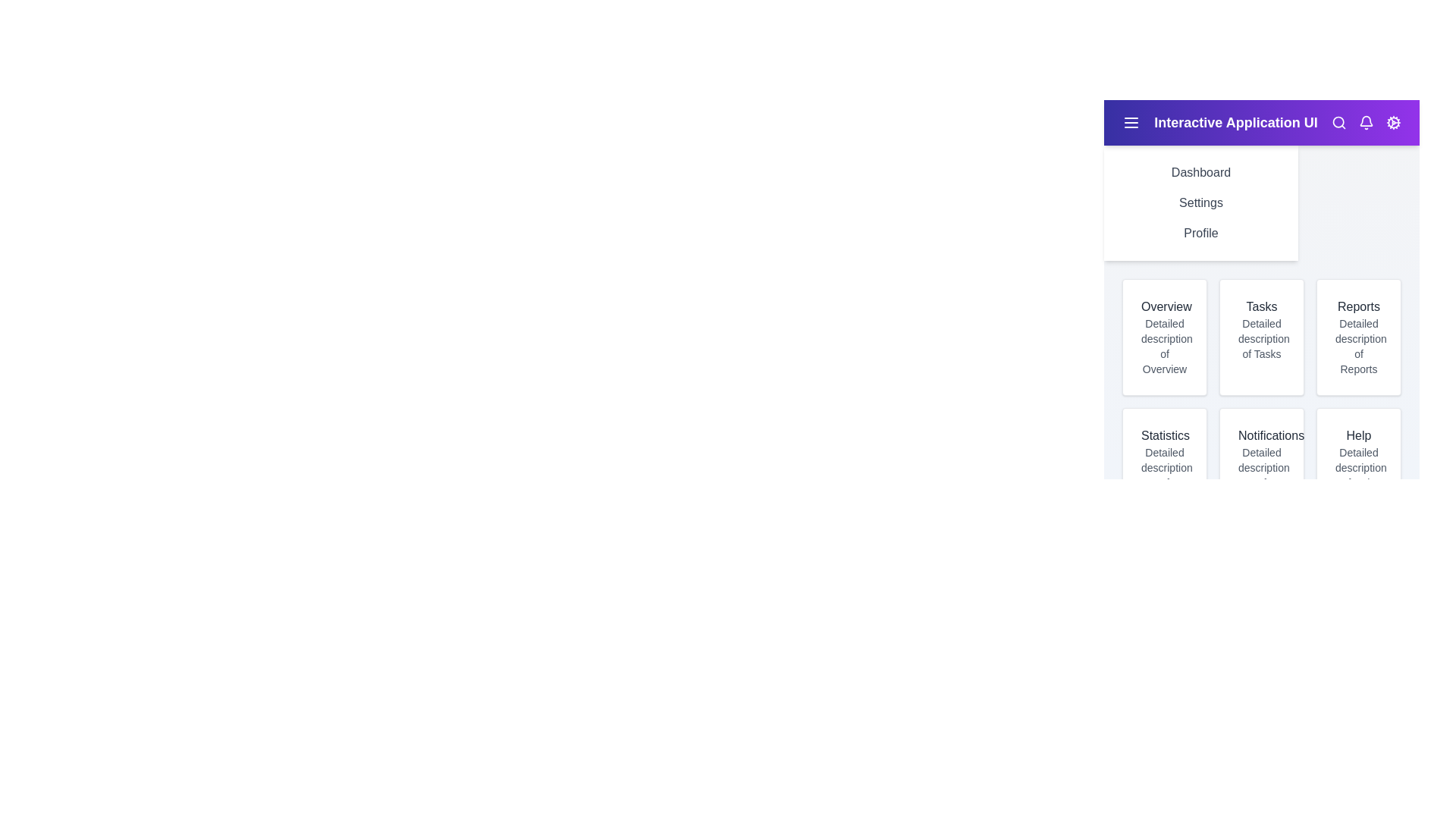  Describe the element at coordinates (1200, 234) in the screenshot. I see `the sidebar menu item Profile` at that location.